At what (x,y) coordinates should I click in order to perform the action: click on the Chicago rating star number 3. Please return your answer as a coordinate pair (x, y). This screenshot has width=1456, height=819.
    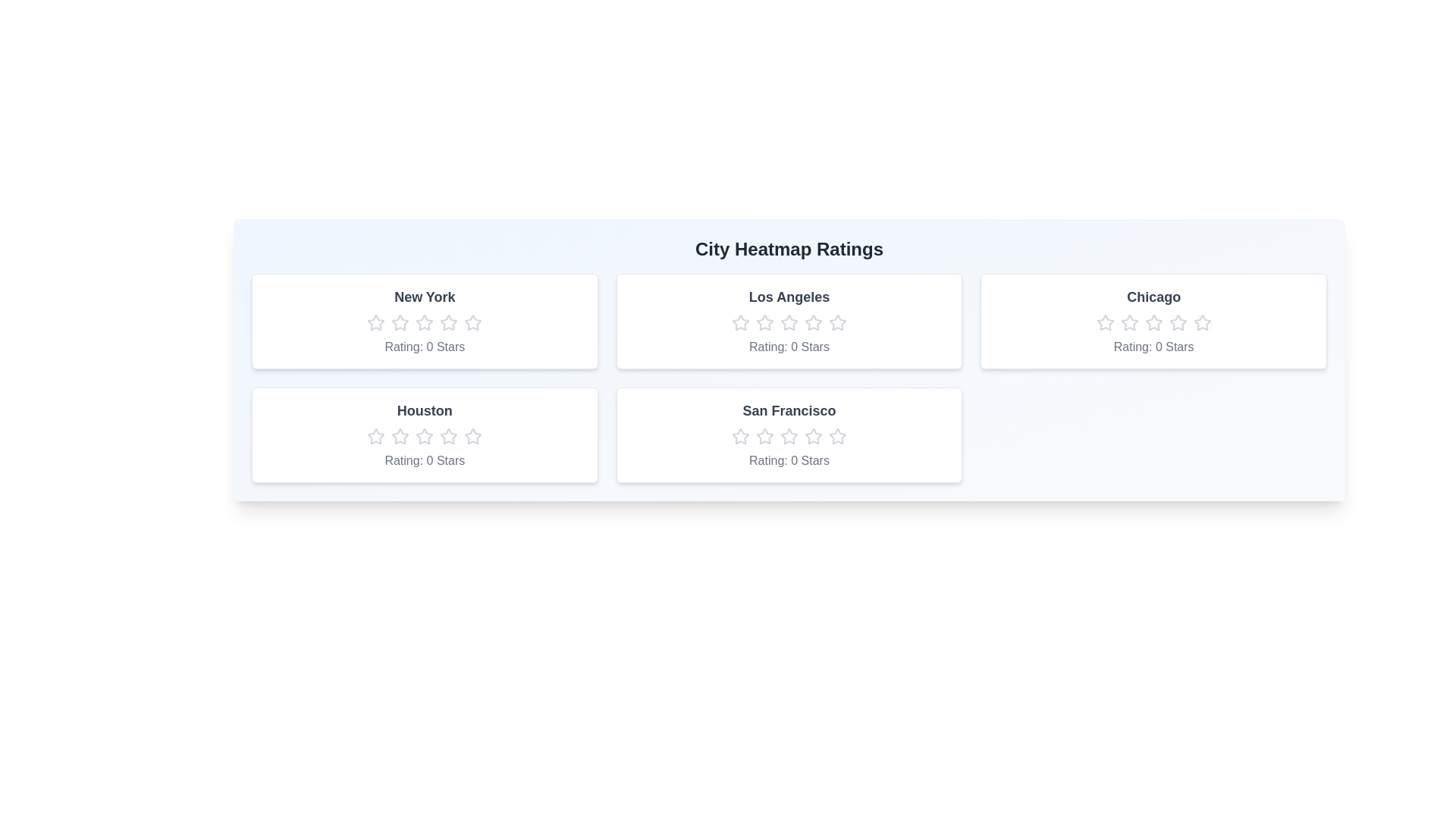
    Looking at the image, I should click on (1153, 322).